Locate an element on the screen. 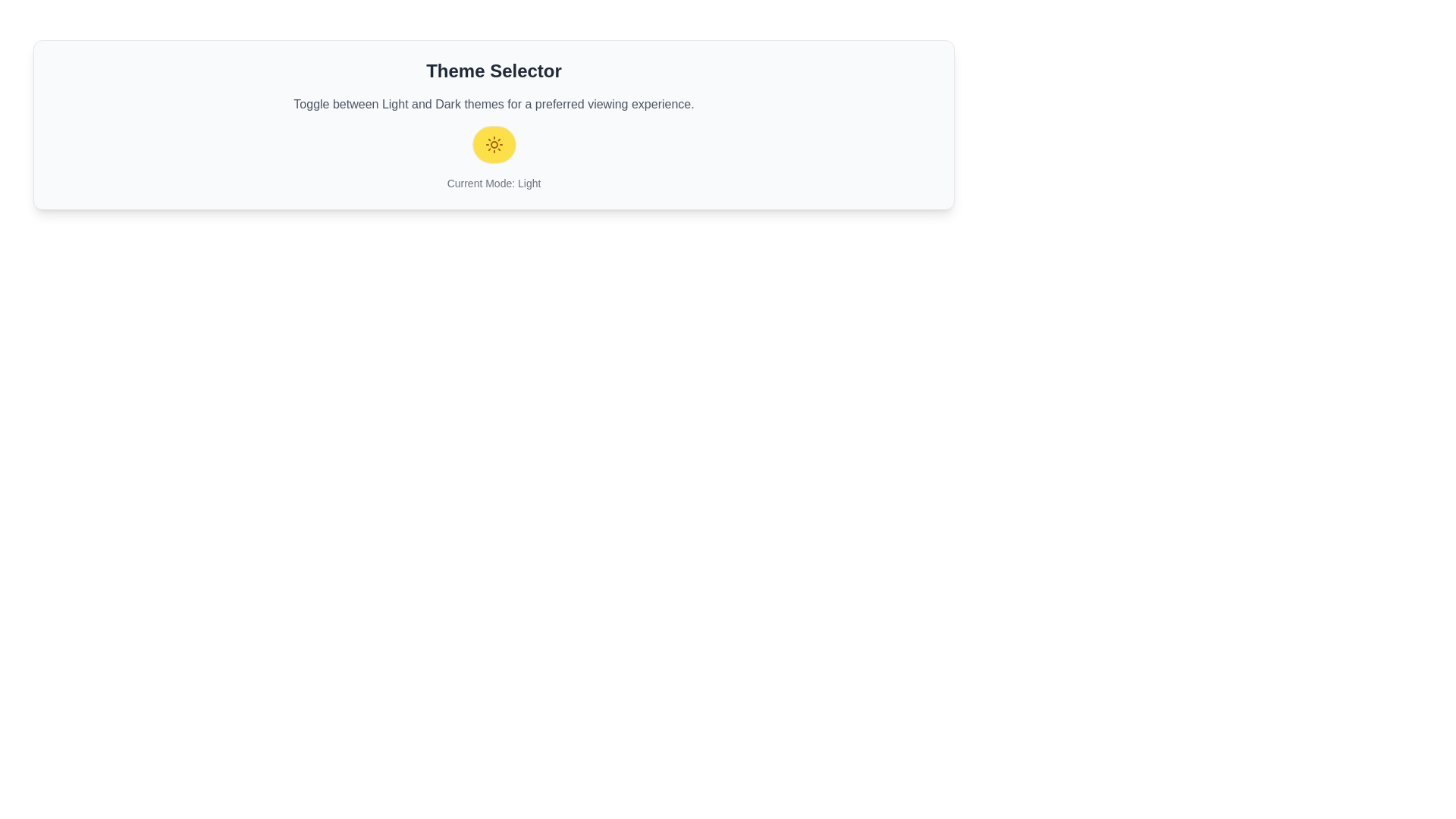 This screenshot has width=1456, height=819. the circular button with a bright yellow background and a sun icon at its center is located at coordinates (494, 145).